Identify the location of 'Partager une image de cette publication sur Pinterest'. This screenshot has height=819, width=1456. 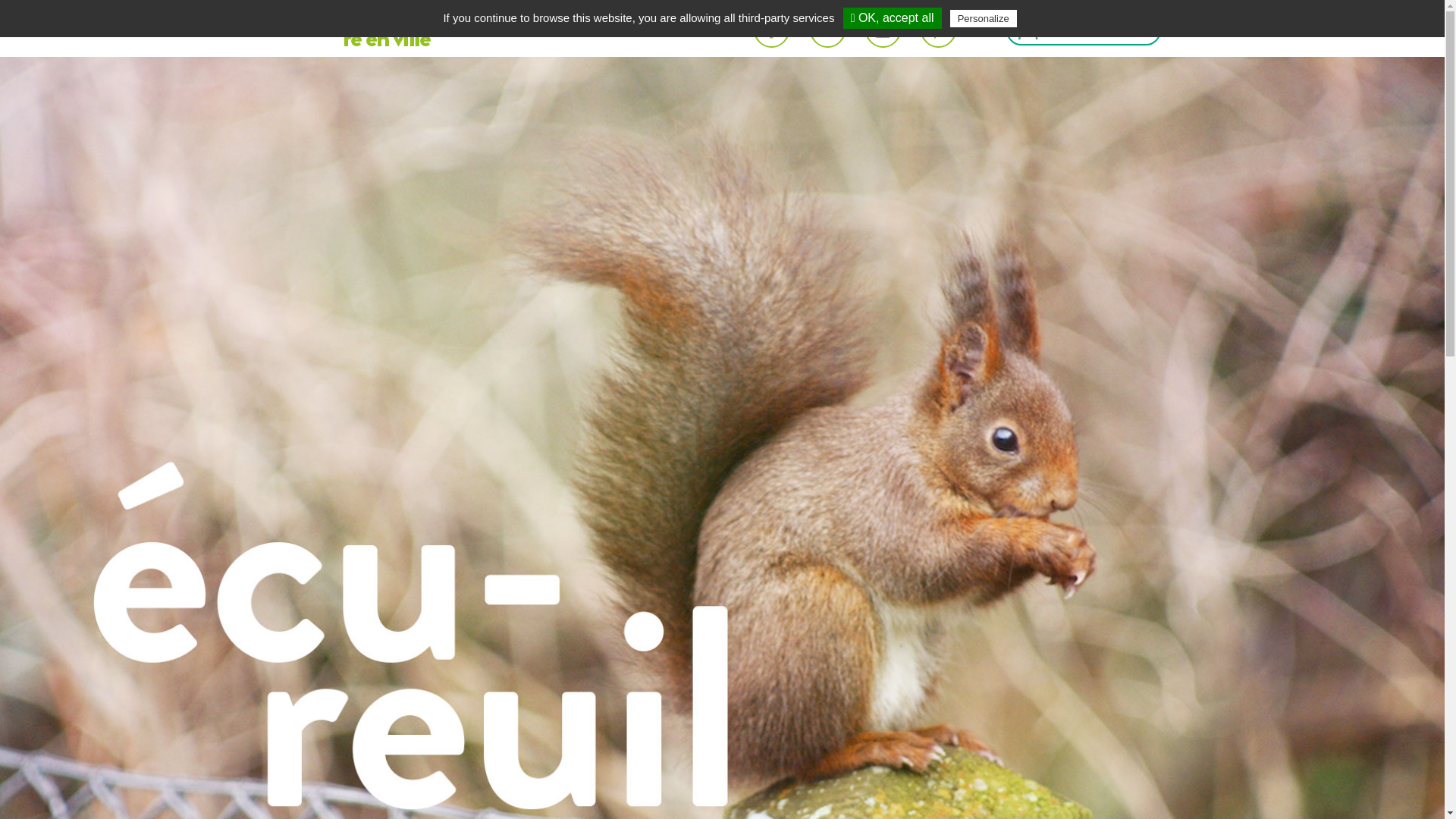
(937, 30).